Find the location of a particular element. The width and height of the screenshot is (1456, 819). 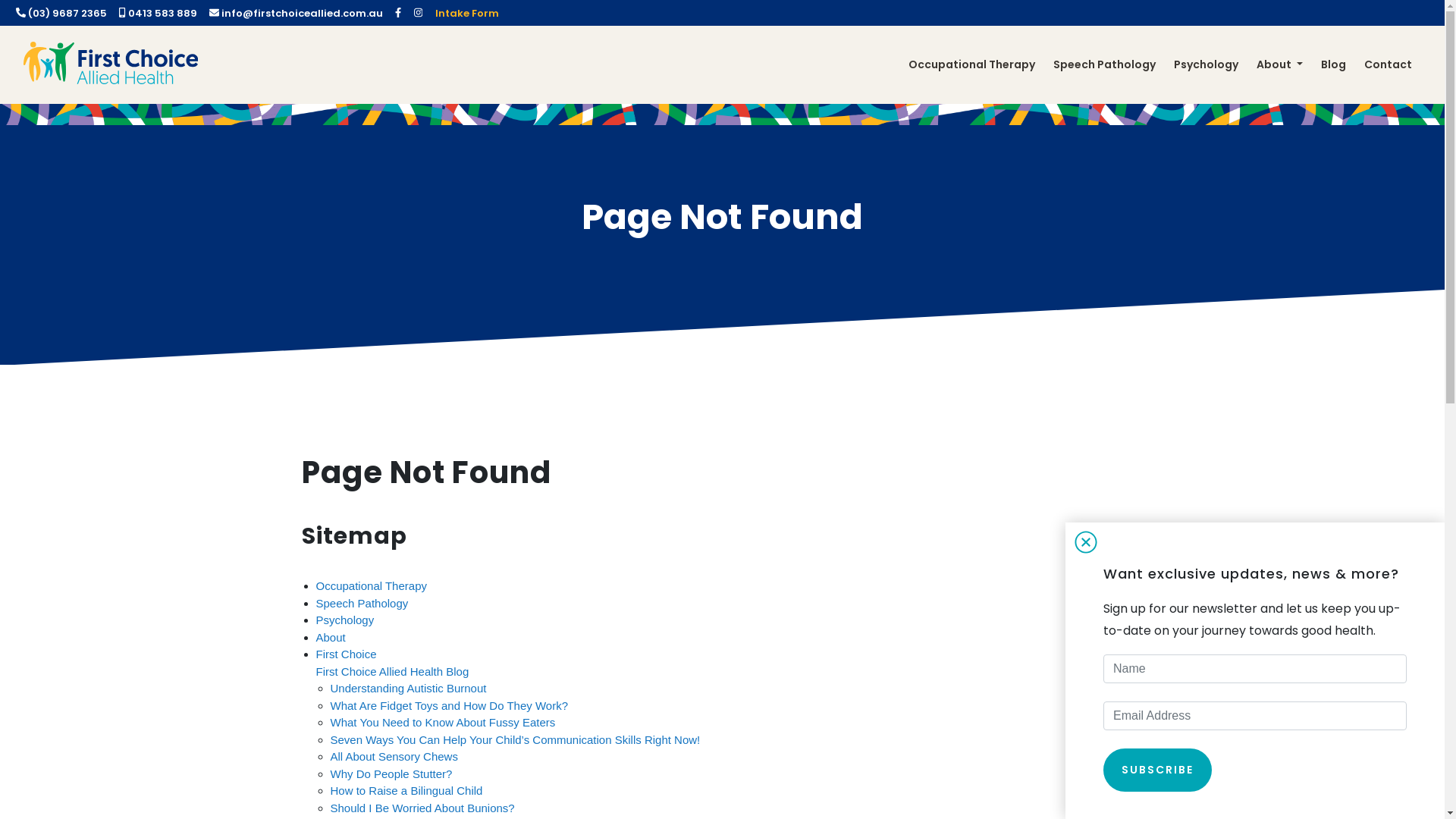

'Psychology' is located at coordinates (344, 620).